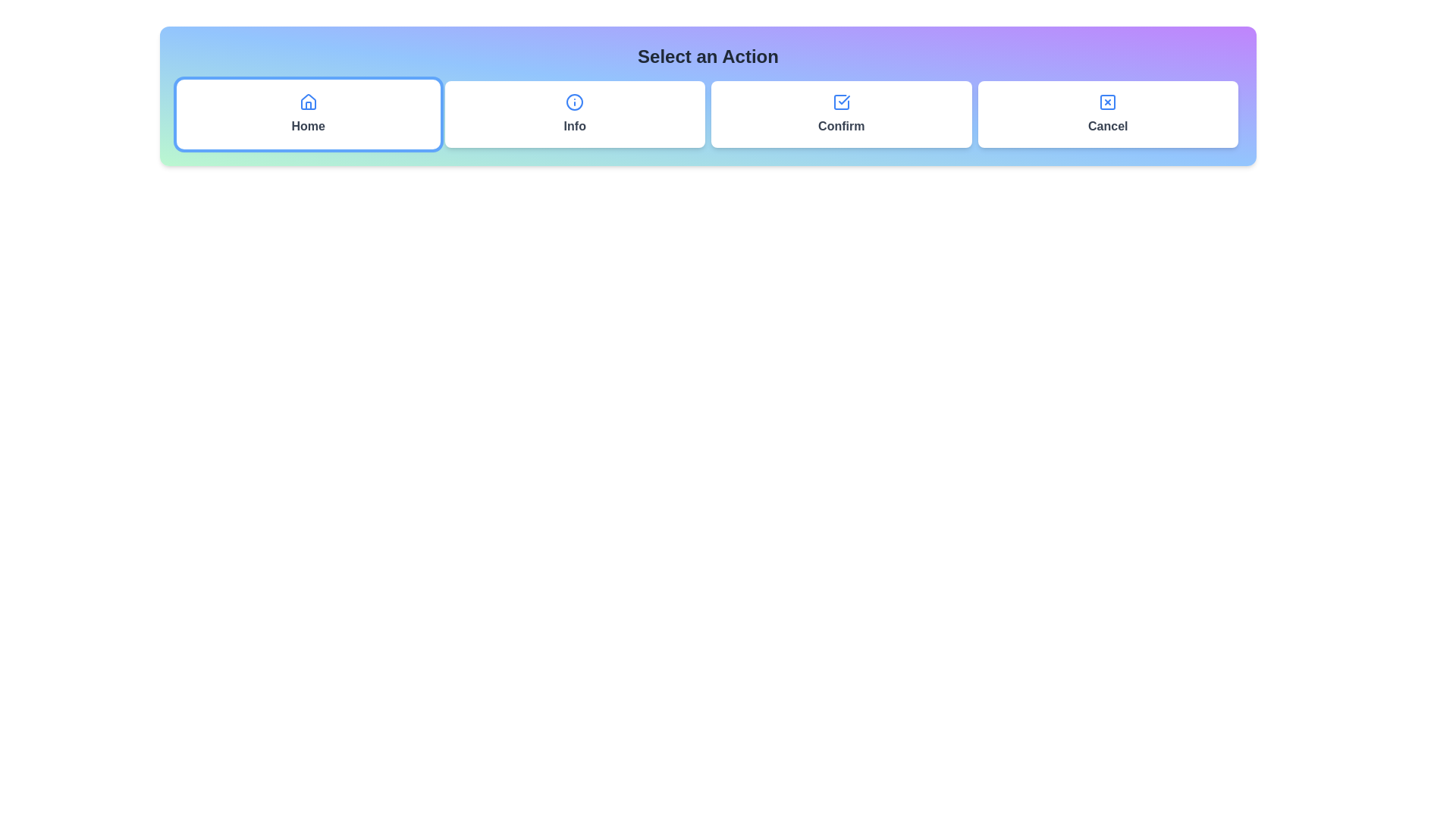 The image size is (1456, 819). I want to click on the Info button to change the active icon, so click(574, 113).